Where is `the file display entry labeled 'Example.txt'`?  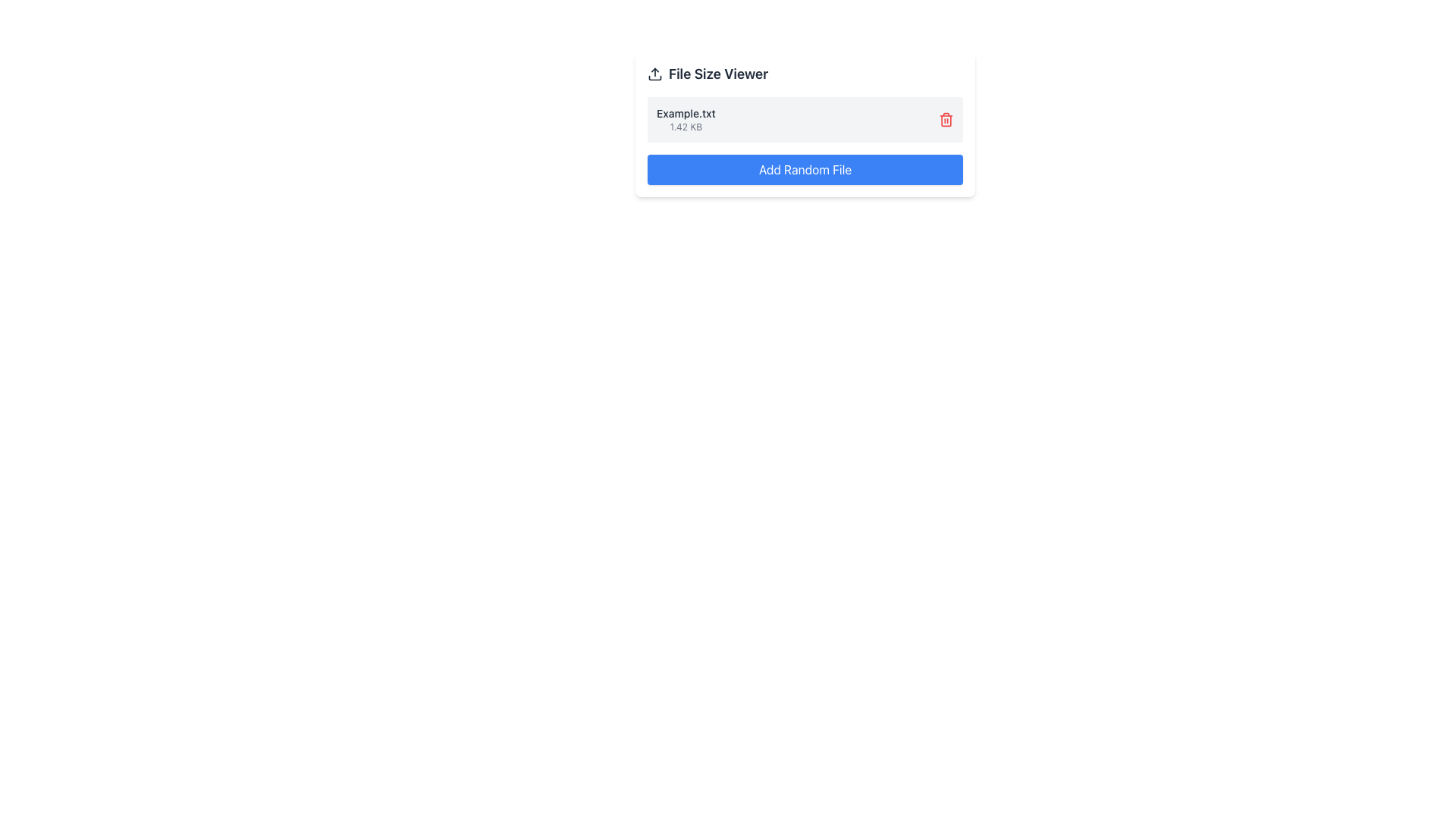
the file display entry labeled 'Example.txt' is located at coordinates (804, 124).